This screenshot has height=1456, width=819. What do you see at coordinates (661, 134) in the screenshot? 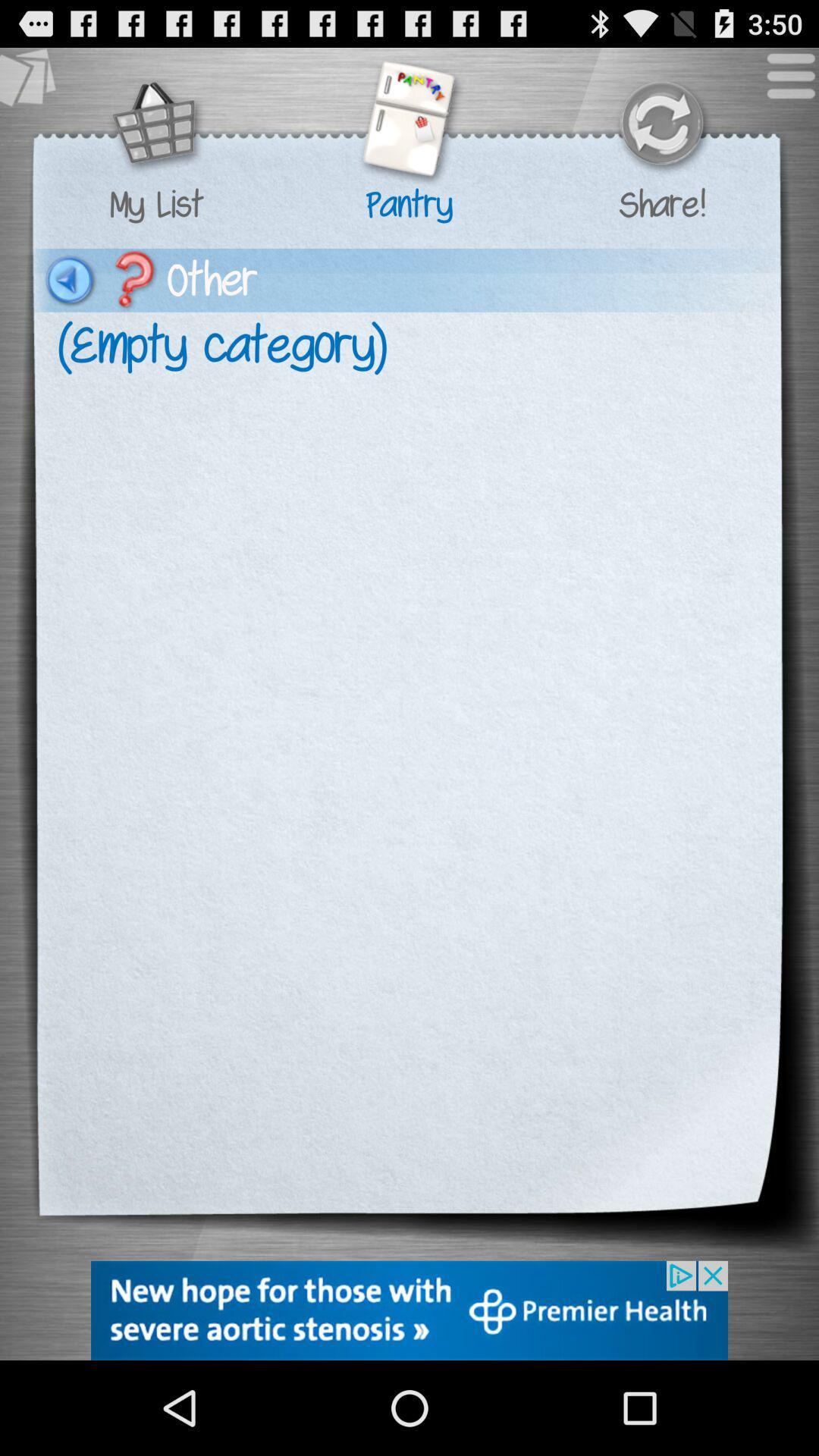
I see `the refresh icon` at bounding box center [661, 134].